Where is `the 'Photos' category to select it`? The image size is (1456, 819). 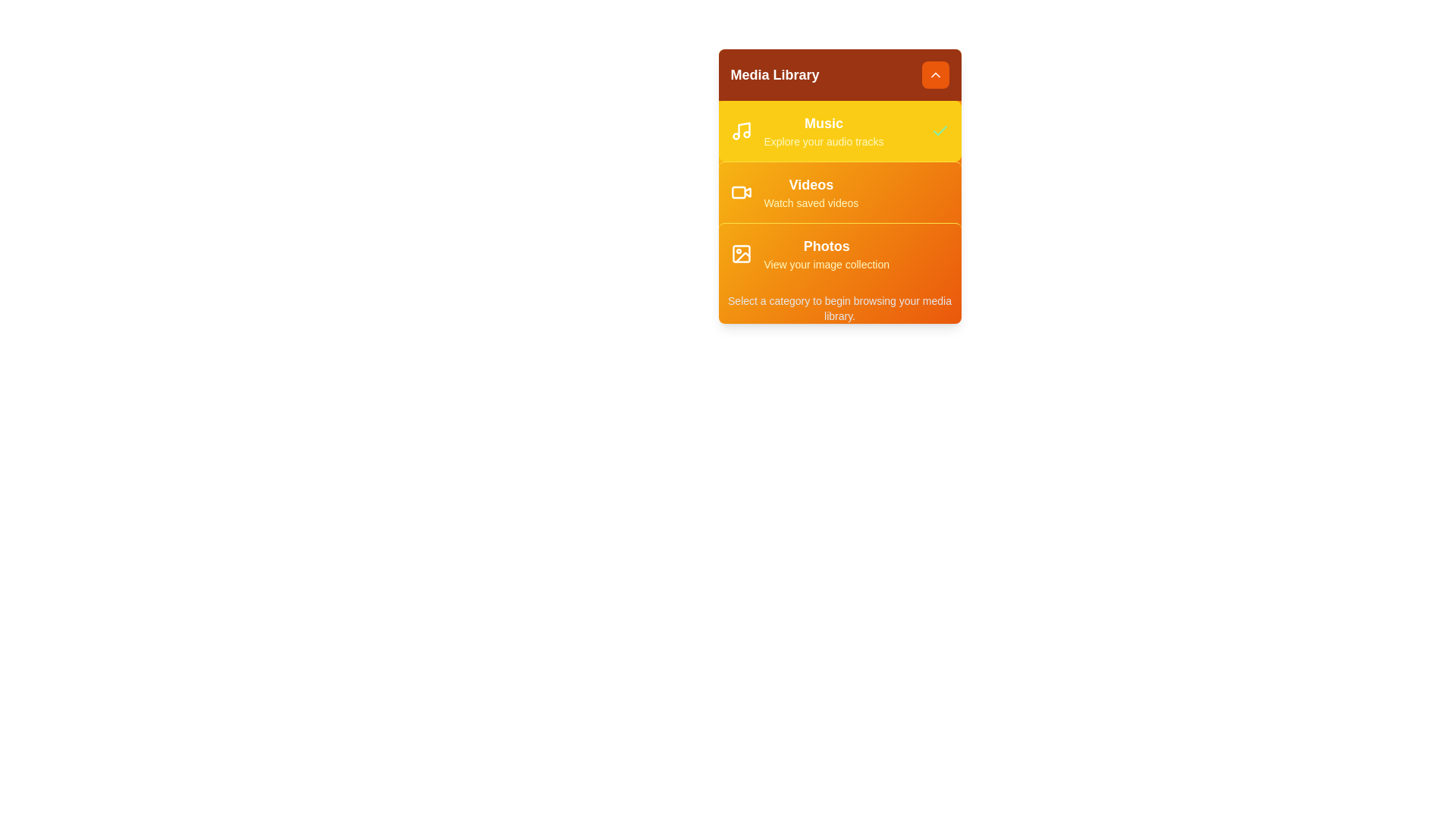
the 'Photos' category to select it is located at coordinates (839, 253).